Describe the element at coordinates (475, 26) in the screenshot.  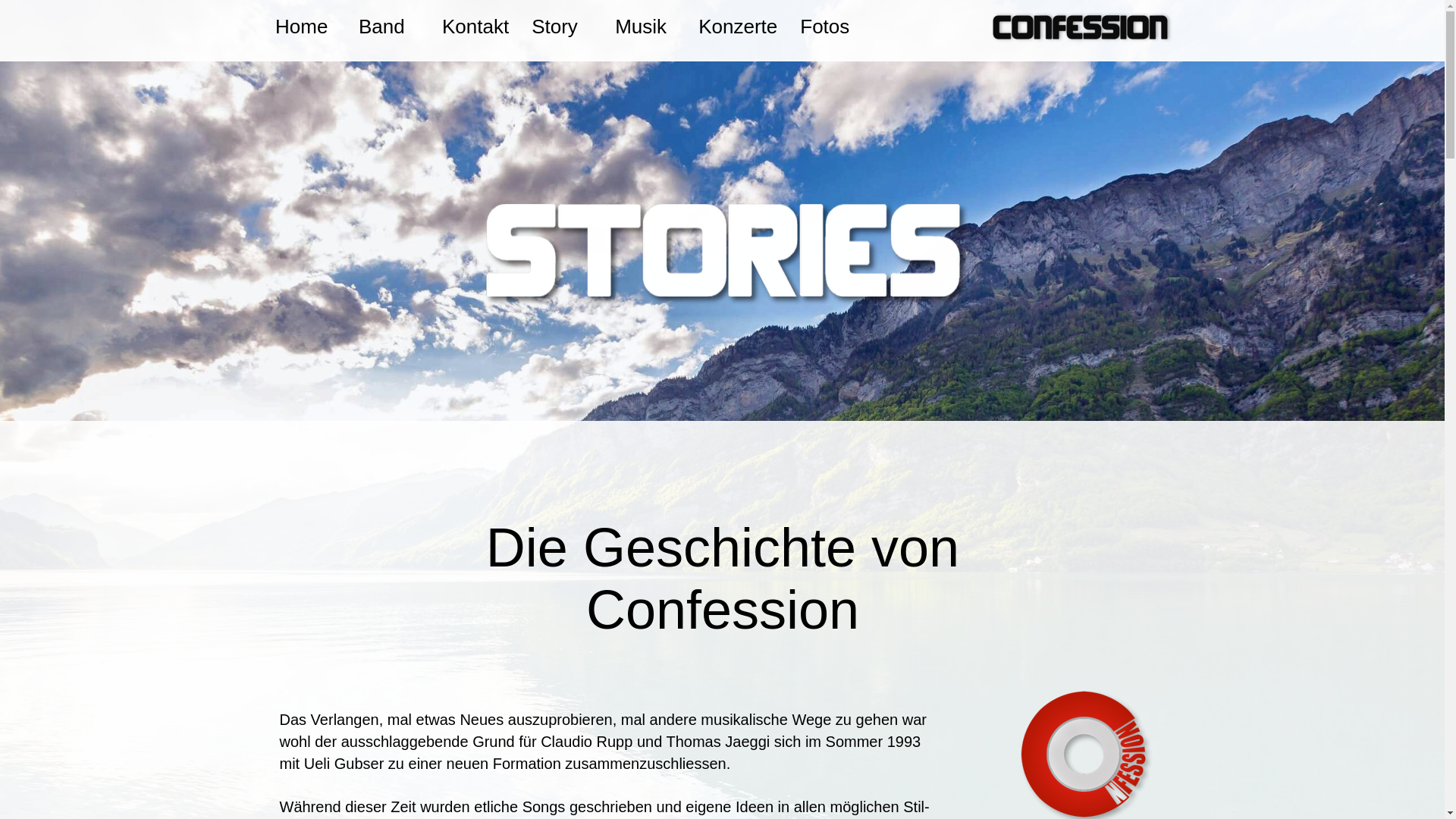
I see `'Kontakt'` at that location.